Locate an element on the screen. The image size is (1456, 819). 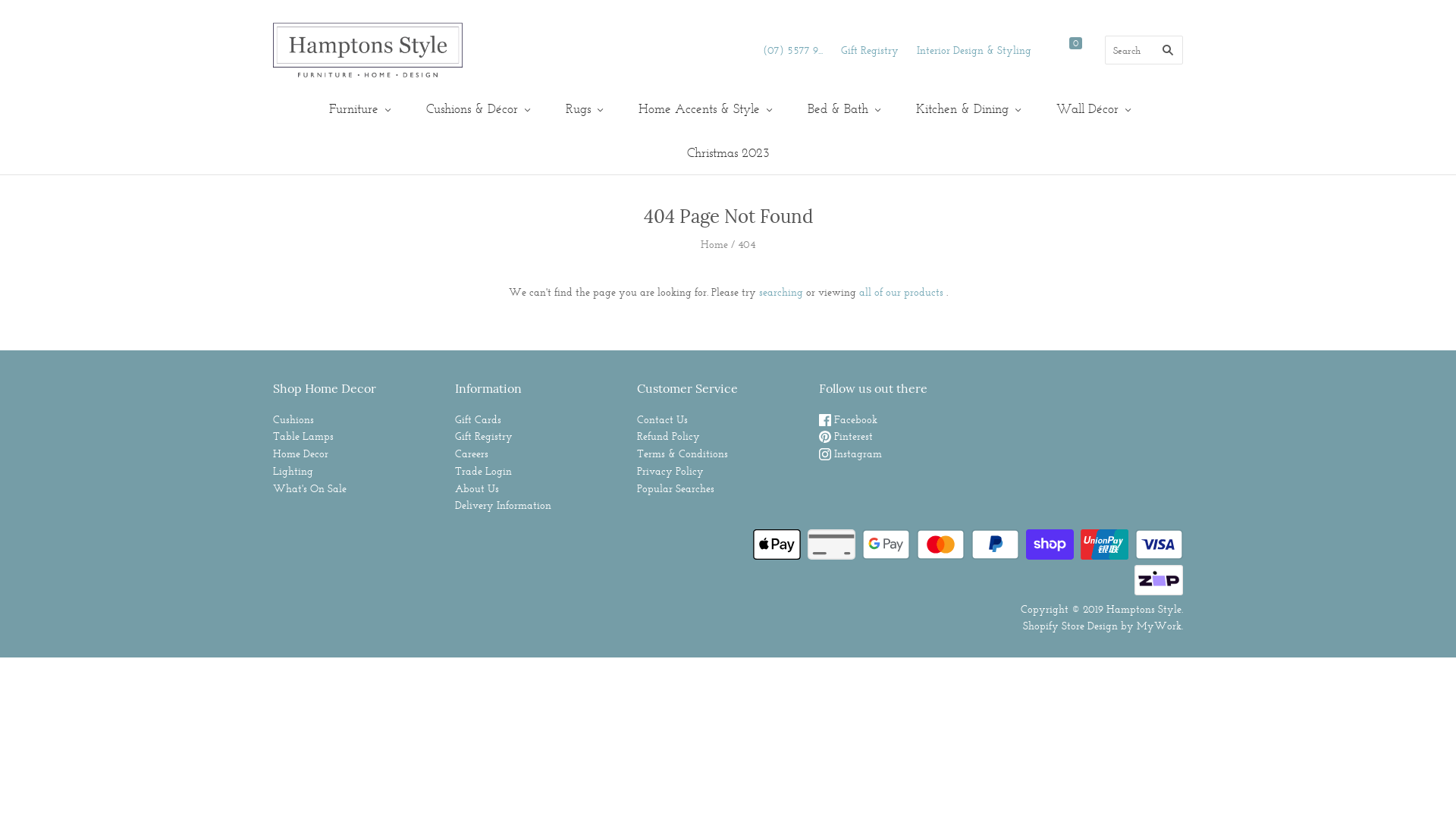
'Bed & Bath' is located at coordinates (841, 108).